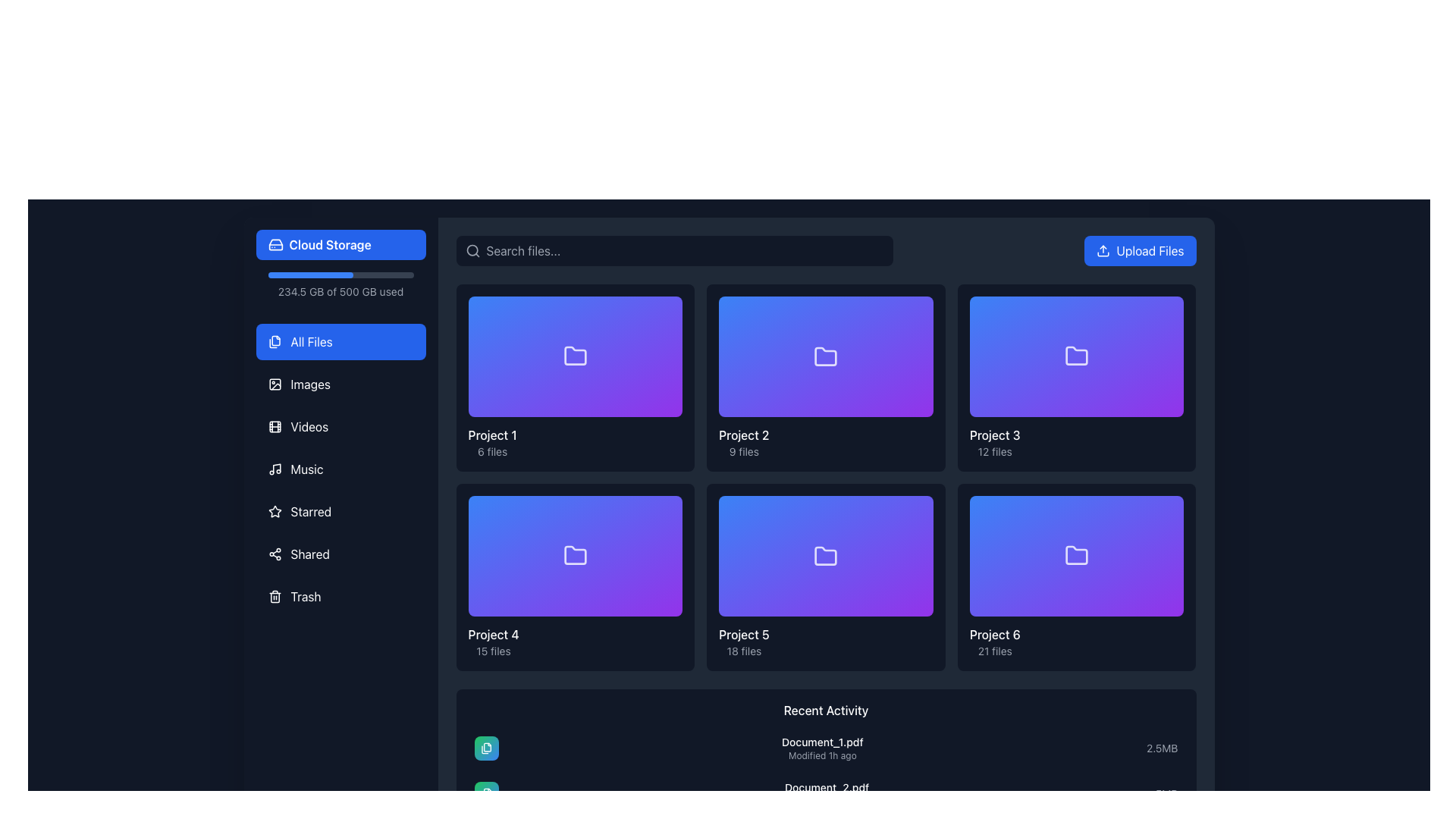 The image size is (1456, 819). I want to click on the Textual Information Block that provides descriptive information about a specific project folder, located within the sixth card of the content grid, so click(825, 642).